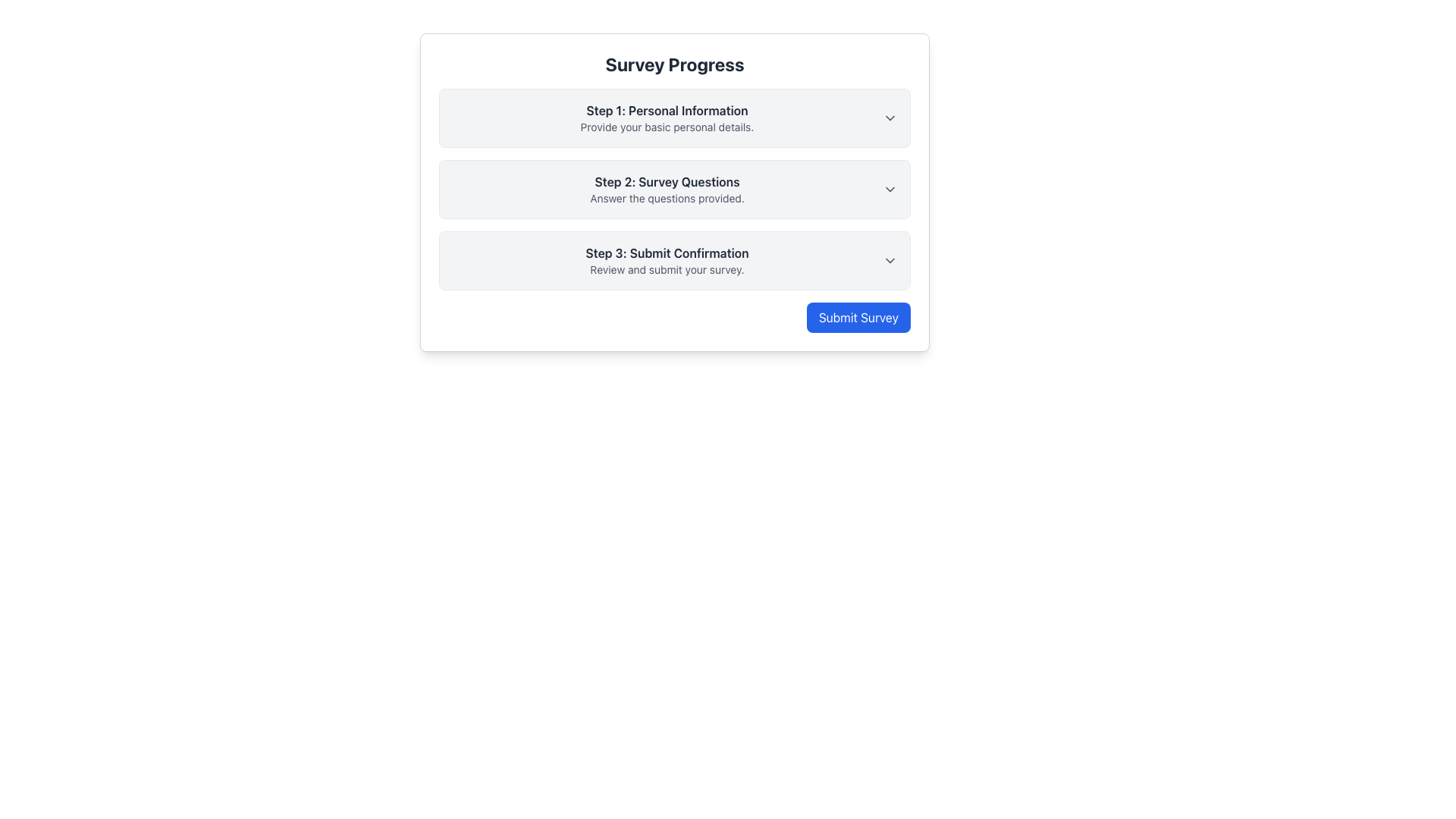 This screenshot has height=819, width=1456. Describe the element at coordinates (667, 253) in the screenshot. I see `the text label 'Step 3: Submit Confirmation' which is styled in bold, dark gray color and is the third item under 'Survey Progress.'` at that location.